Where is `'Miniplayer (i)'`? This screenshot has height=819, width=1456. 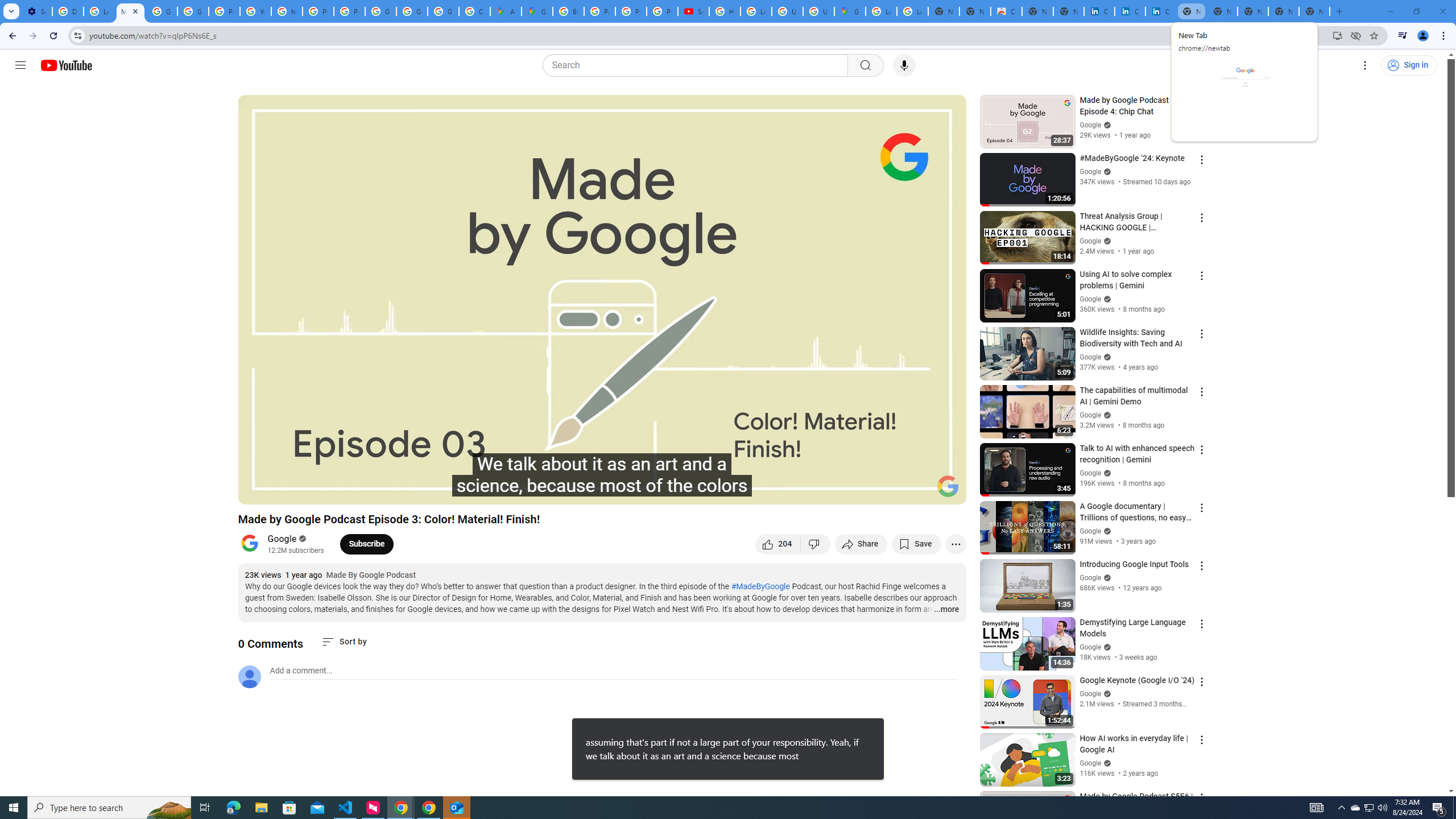 'Miniplayer (i)' is located at coordinates (890, 490).